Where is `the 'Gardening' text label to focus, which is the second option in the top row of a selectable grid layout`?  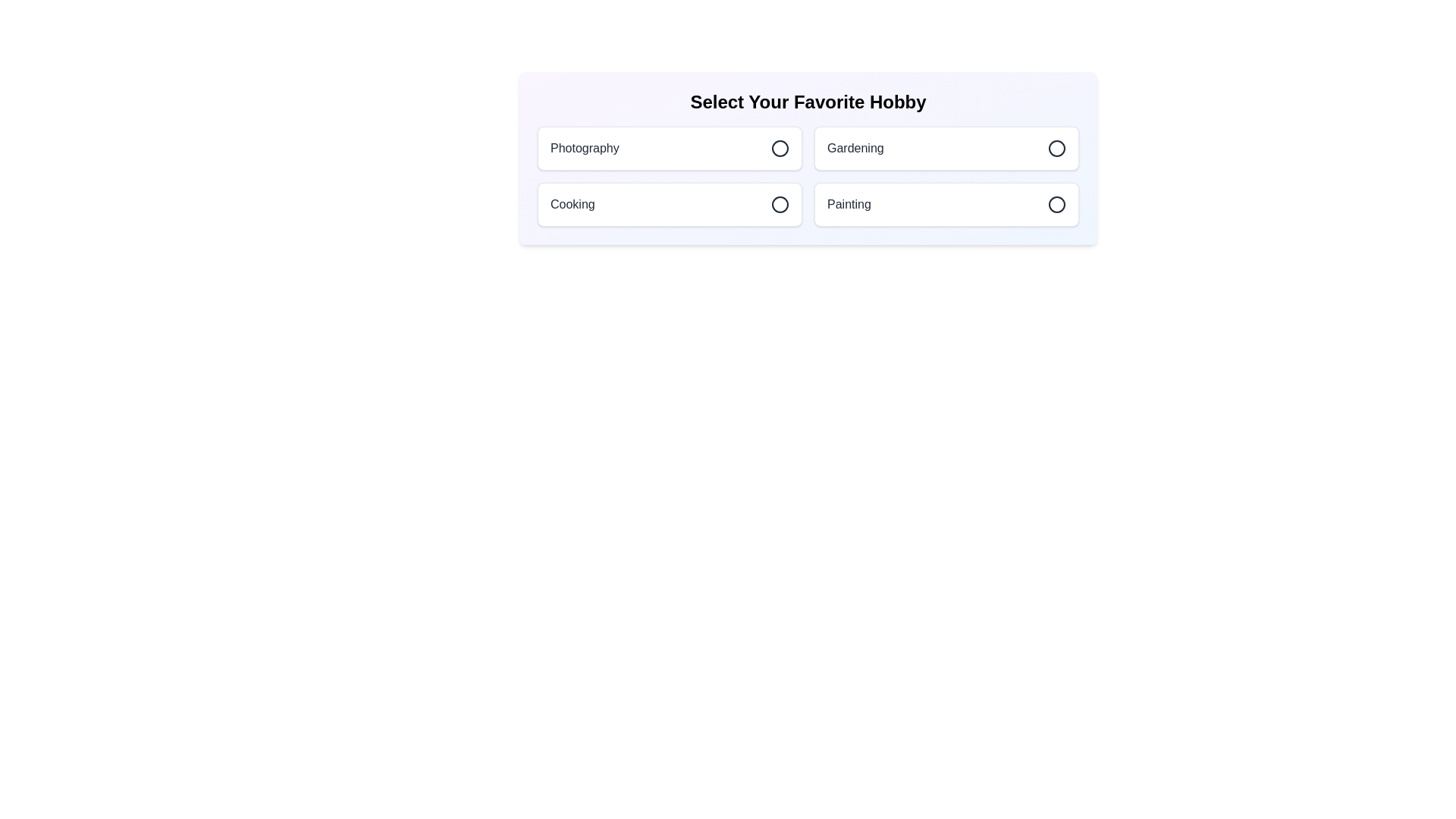
the 'Gardening' text label to focus, which is the second option in the top row of a selectable grid layout is located at coordinates (855, 149).